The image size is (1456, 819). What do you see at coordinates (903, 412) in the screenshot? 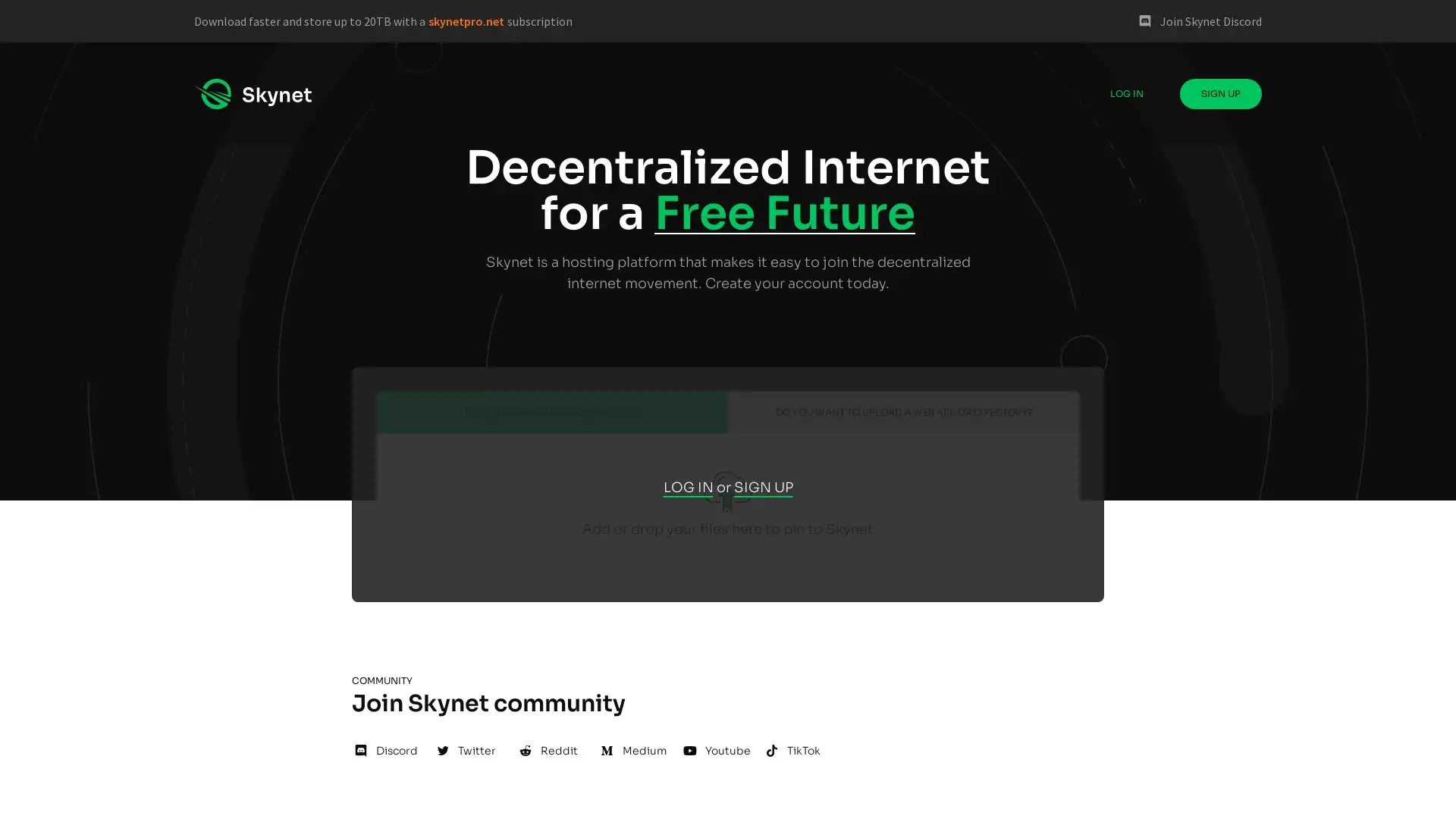
I see `DO YOU WANT TO UPLOAD A WEB APP OR DIRECTORY?` at bounding box center [903, 412].